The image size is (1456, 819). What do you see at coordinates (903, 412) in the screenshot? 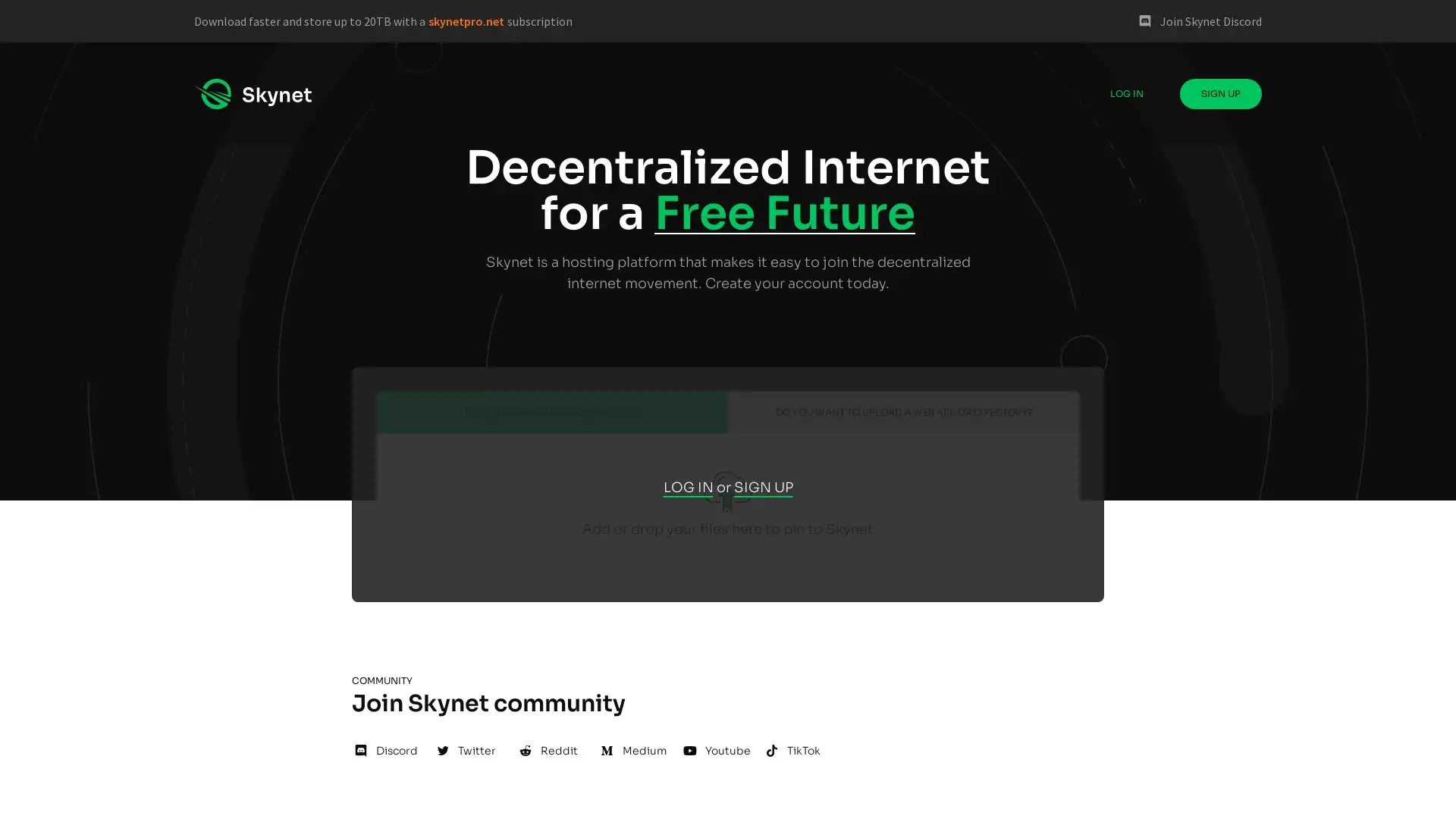
I see `DO YOU WANT TO UPLOAD A WEB APP OR DIRECTORY?` at bounding box center [903, 412].